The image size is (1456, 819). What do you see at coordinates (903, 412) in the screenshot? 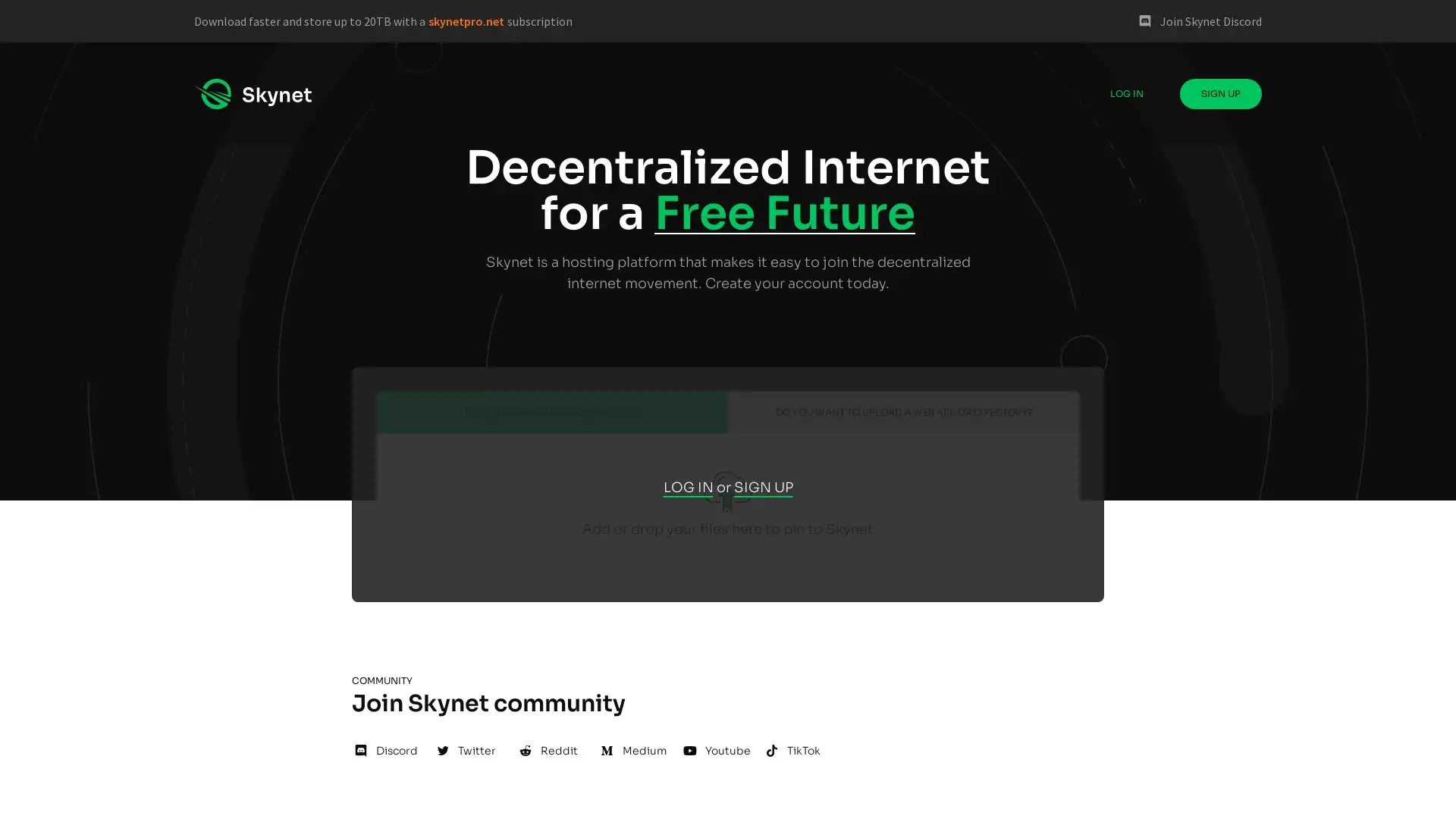
I see `DO YOU WANT TO UPLOAD A WEB APP OR DIRECTORY?` at bounding box center [903, 412].